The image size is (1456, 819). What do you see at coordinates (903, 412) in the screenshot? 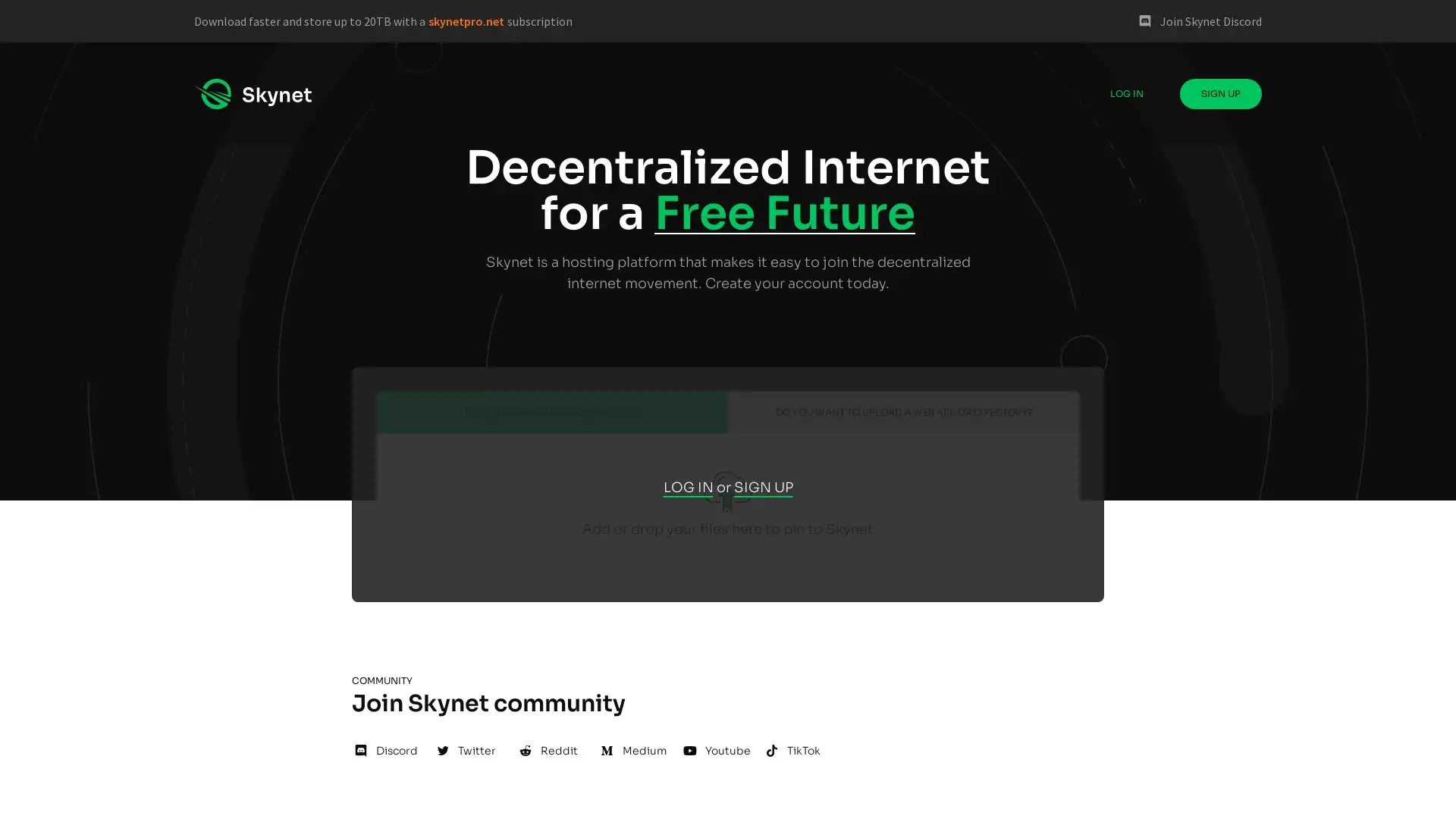
I see `DO YOU WANT TO UPLOAD A WEB APP OR DIRECTORY?` at bounding box center [903, 412].